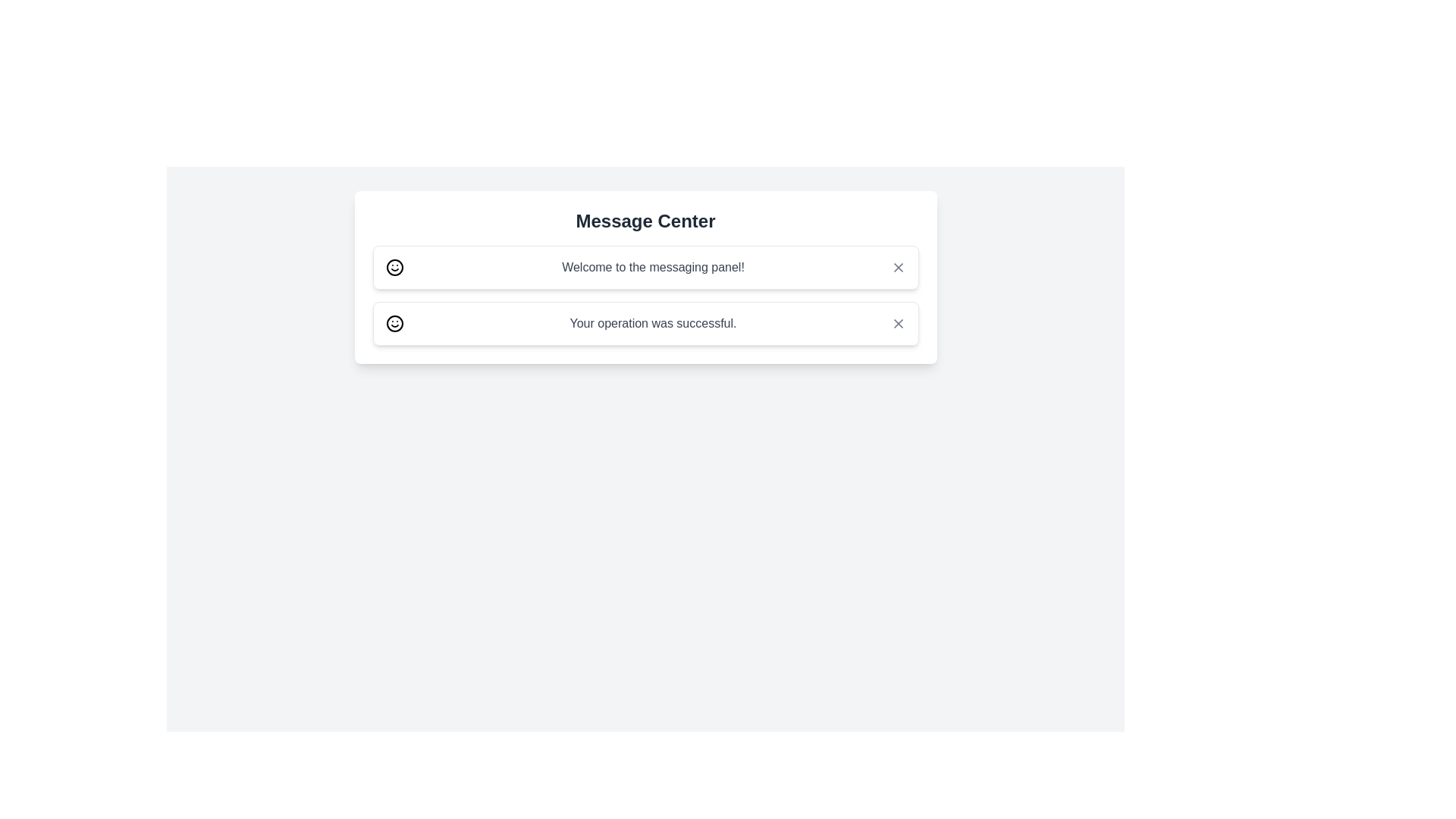 This screenshot has height=819, width=1456. Describe the element at coordinates (898, 323) in the screenshot. I see `the 'X' icon in the bottom-right corner of the notification card that says 'Your operation was successful.'` at that location.